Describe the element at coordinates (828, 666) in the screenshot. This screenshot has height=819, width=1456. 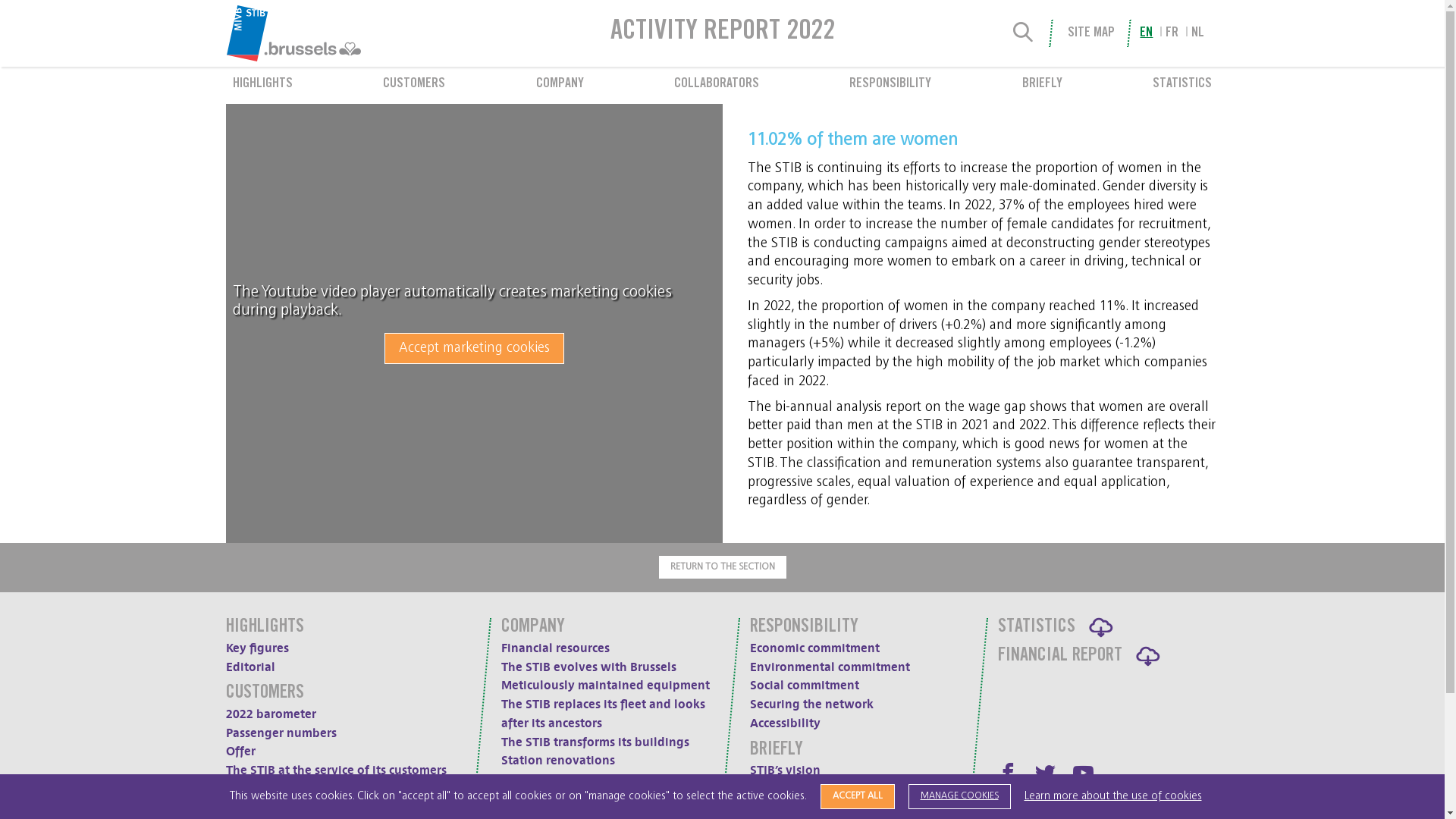
I see `'Environmental commitment'` at that location.